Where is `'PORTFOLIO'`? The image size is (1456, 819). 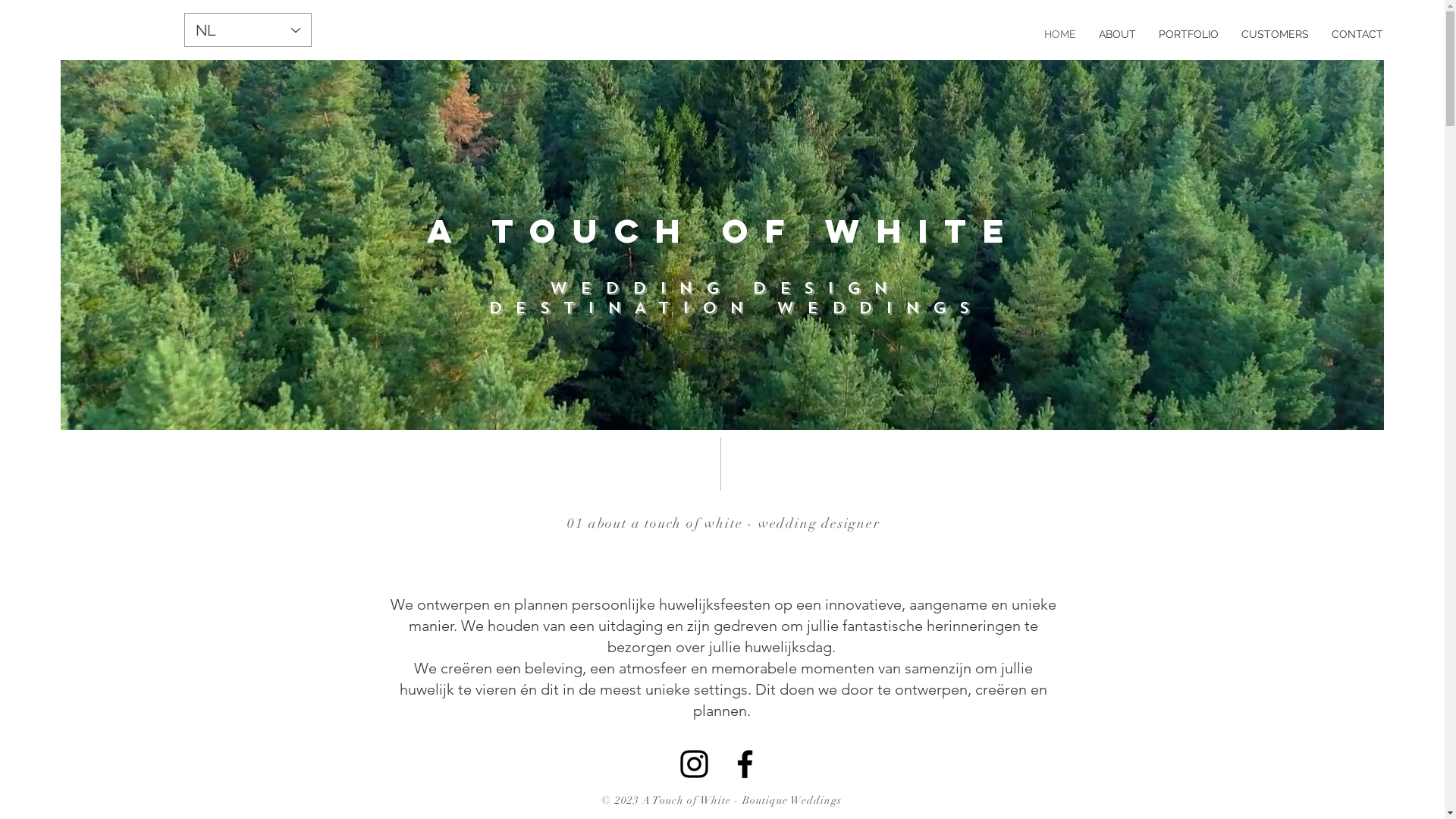
'PORTFOLIO' is located at coordinates (1188, 34).